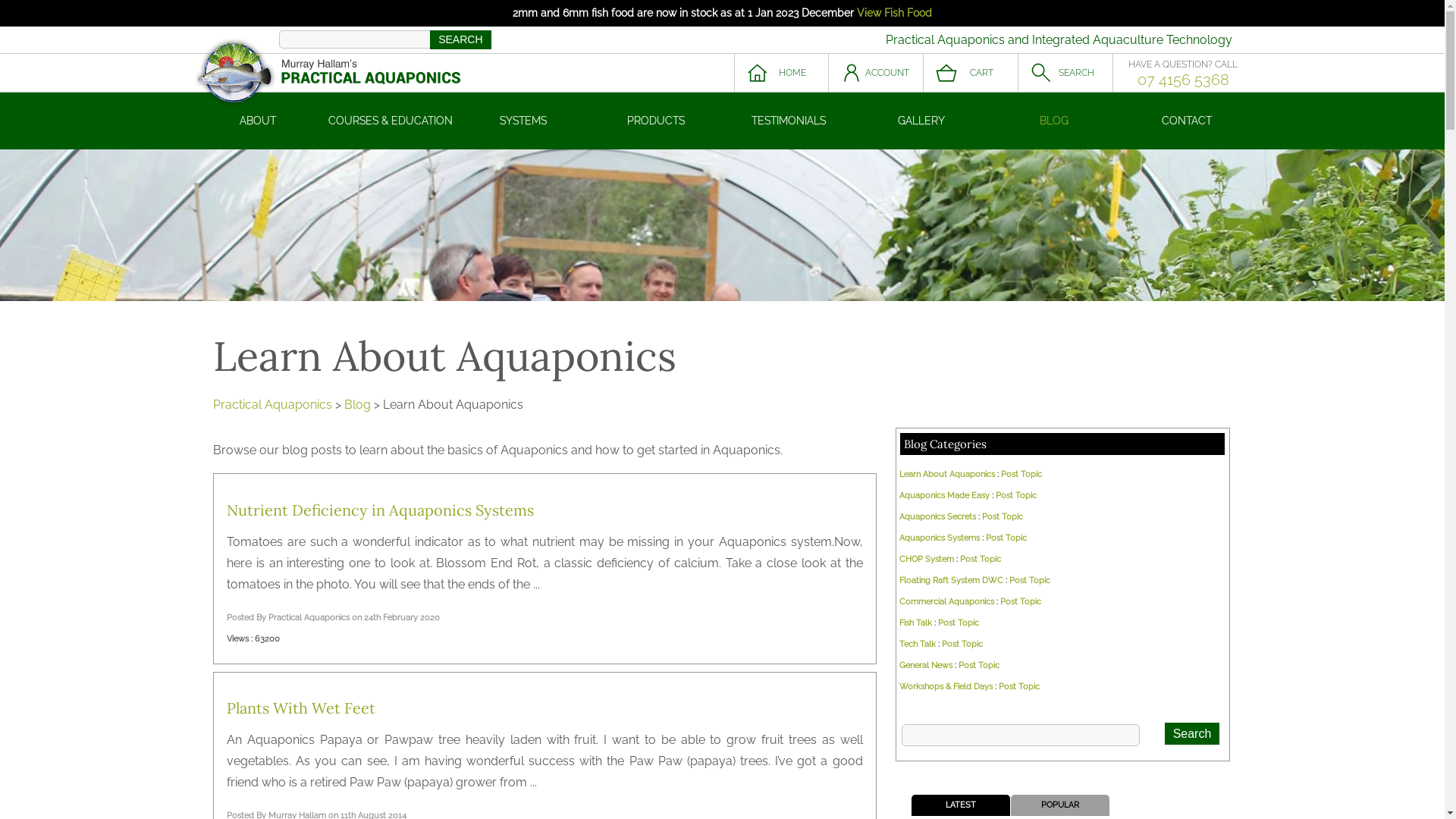 Image resolution: width=1456 pixels, height=819 pixels. What do you see at coordinates (459, 39) in the screenshot?
I see `'SEARCH'` at bounding box center [459, 39].